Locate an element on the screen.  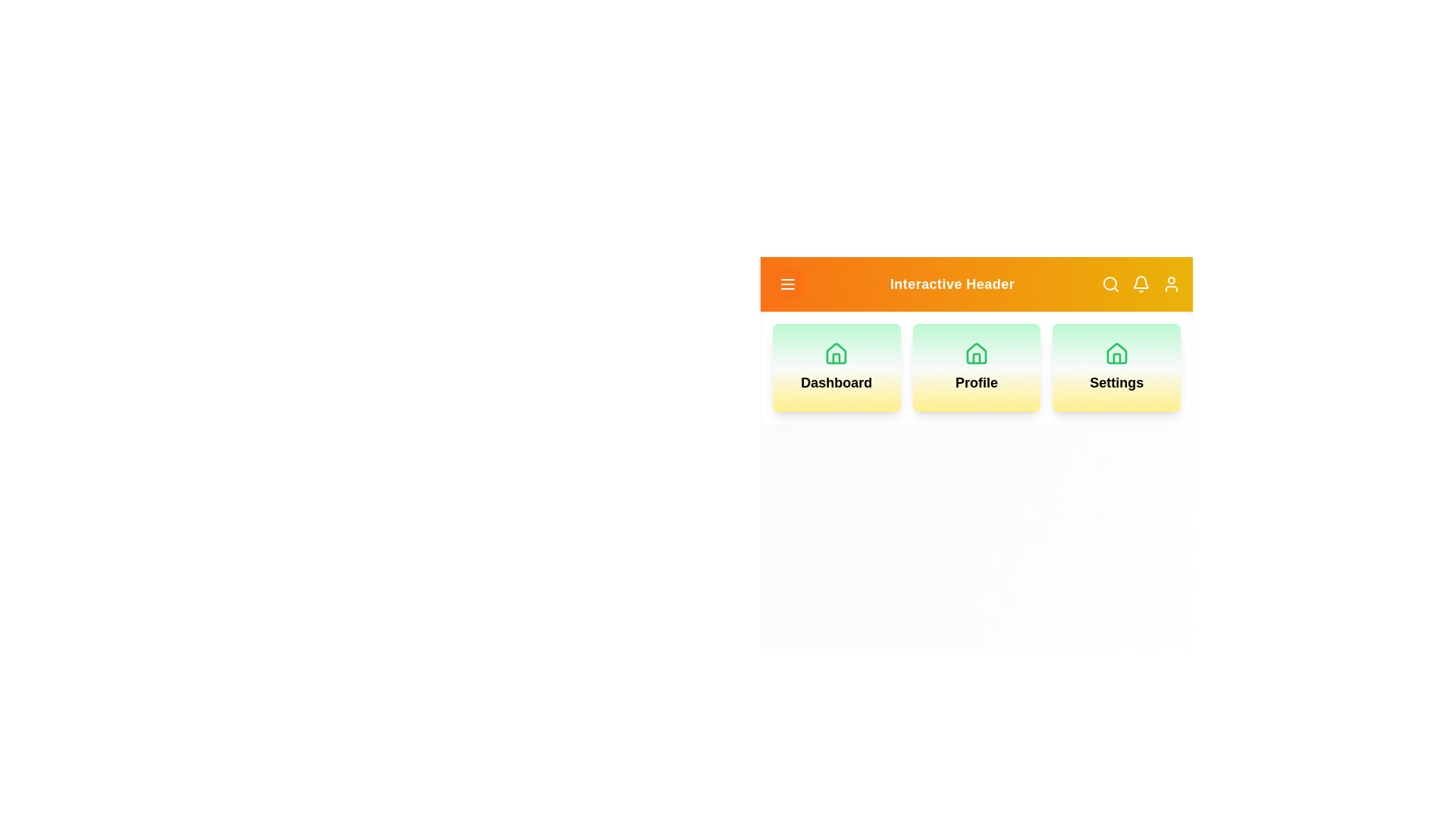
the search icon to observe its hover effect is located at coordinates (1110, 284).